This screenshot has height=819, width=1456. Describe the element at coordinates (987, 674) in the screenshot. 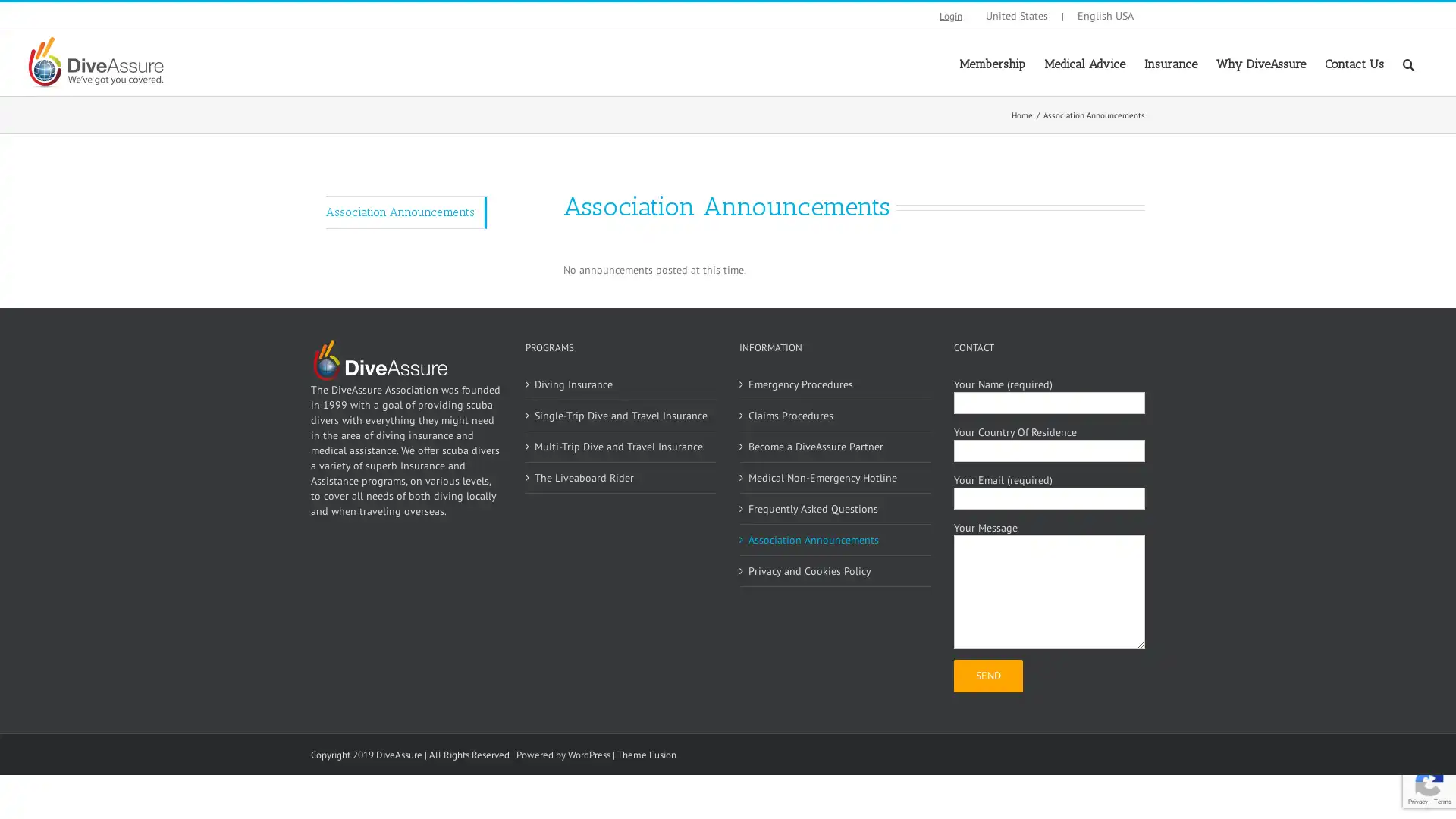

I see `Send` at that location.